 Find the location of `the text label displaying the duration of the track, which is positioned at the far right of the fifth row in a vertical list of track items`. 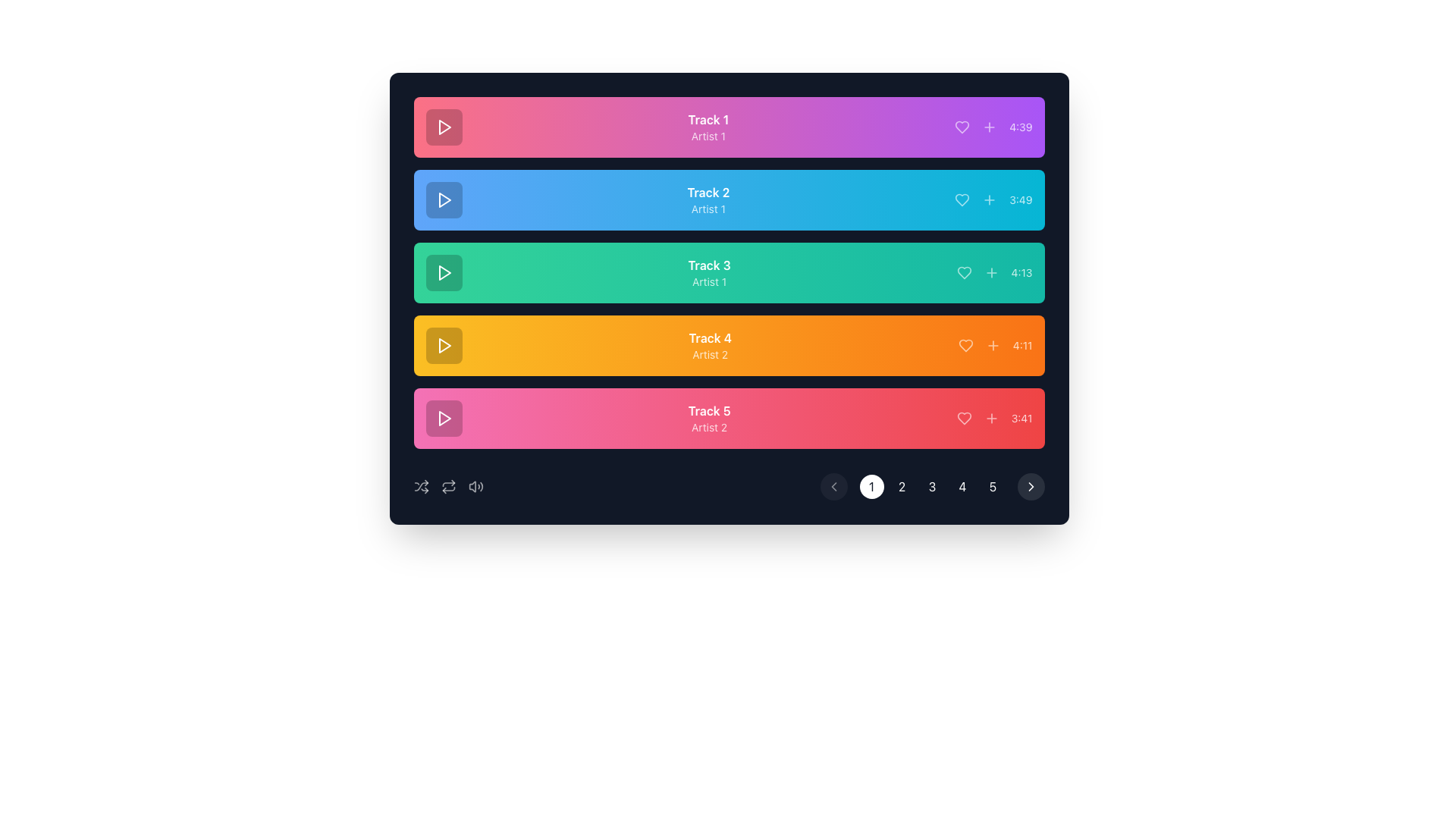

the text label displaying the duration of the track, which is positioned at the far right of the fifth row in a vertical list of track items is located at coordinates (1021, 418).